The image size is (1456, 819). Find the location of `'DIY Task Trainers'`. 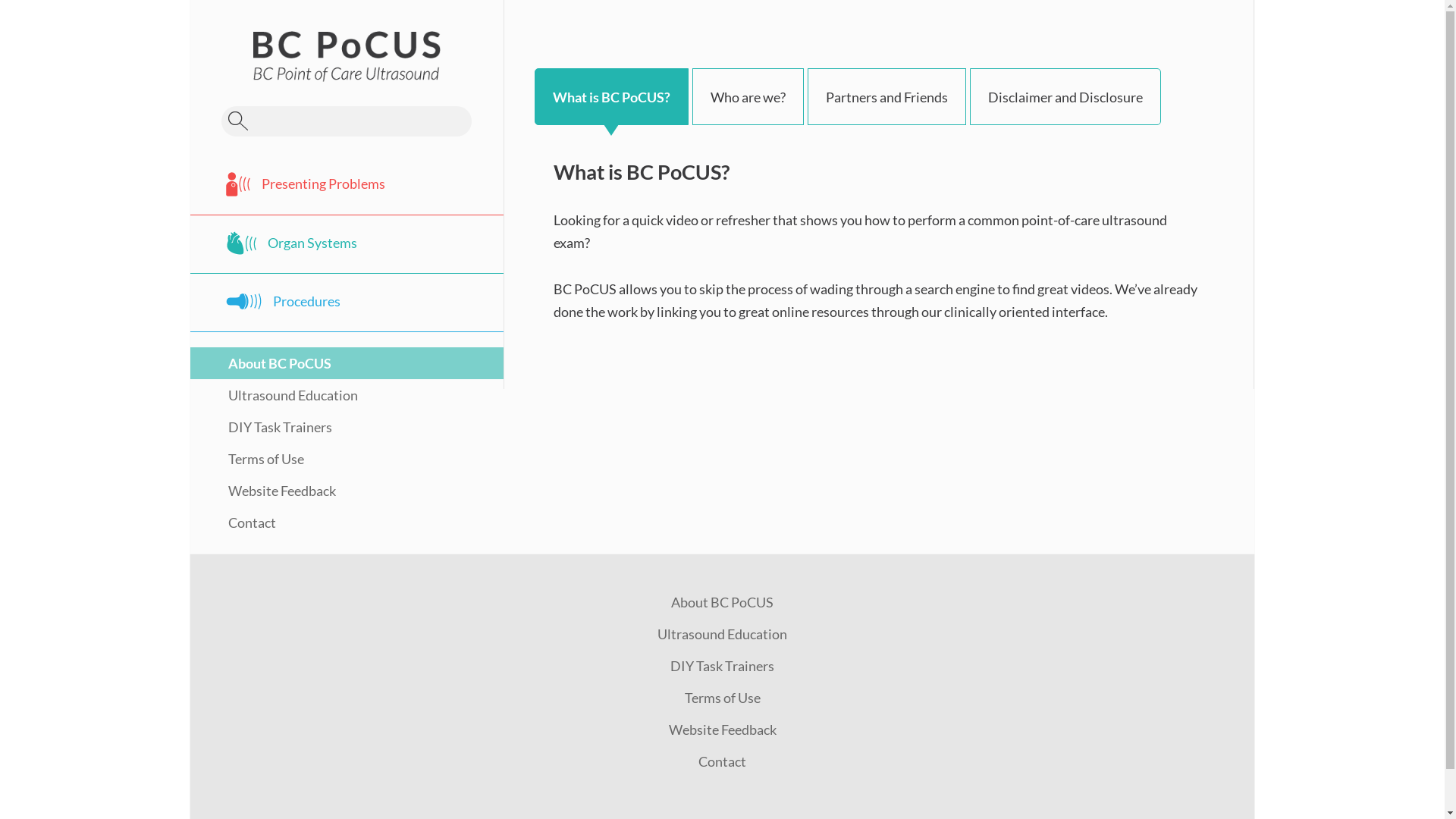

'DIY Task Trainers' is located at coordinates (721, 665).